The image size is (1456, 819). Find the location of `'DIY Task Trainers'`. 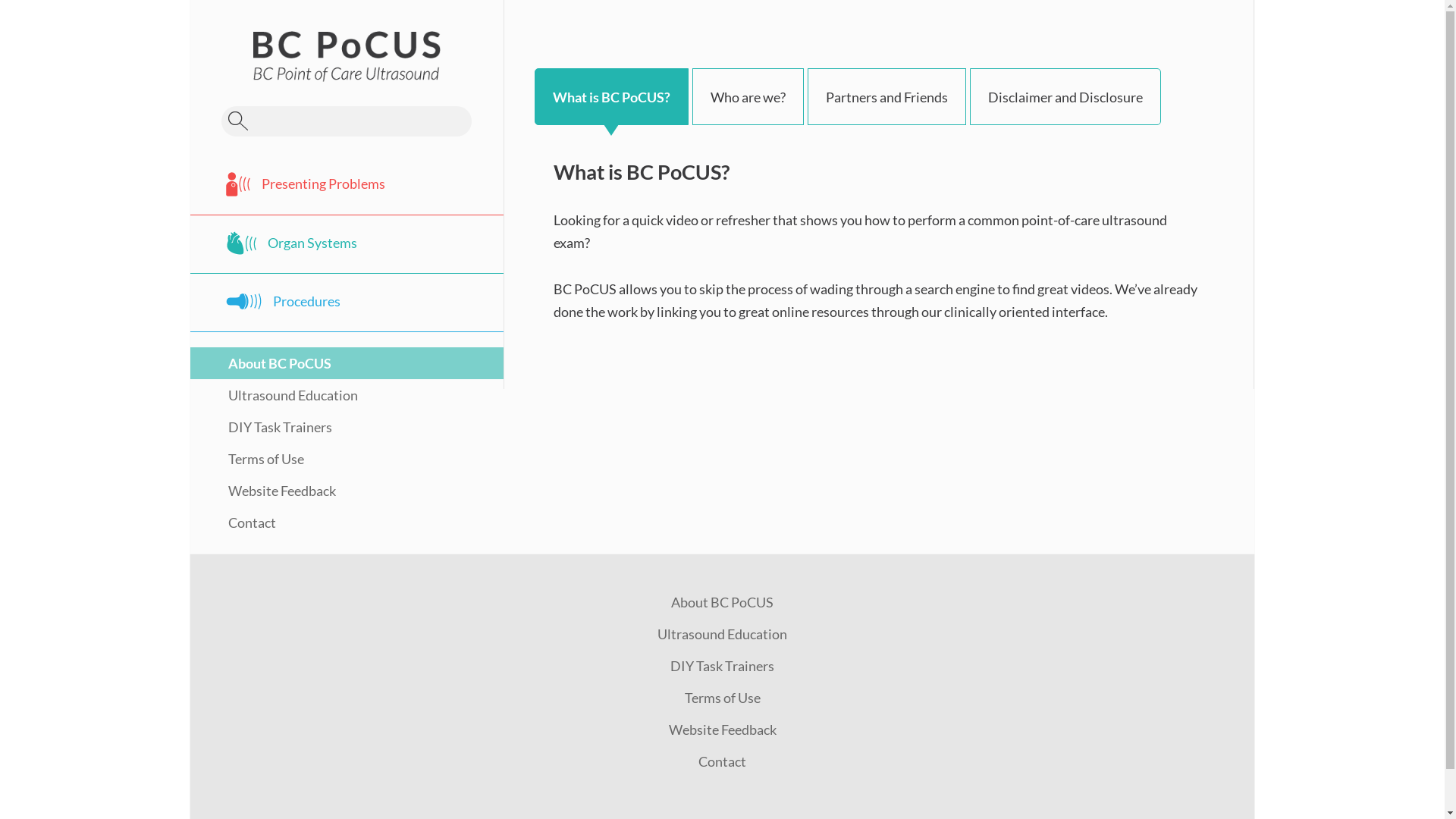

'DIY Task Trainers' is located at coordinates (721, 665).